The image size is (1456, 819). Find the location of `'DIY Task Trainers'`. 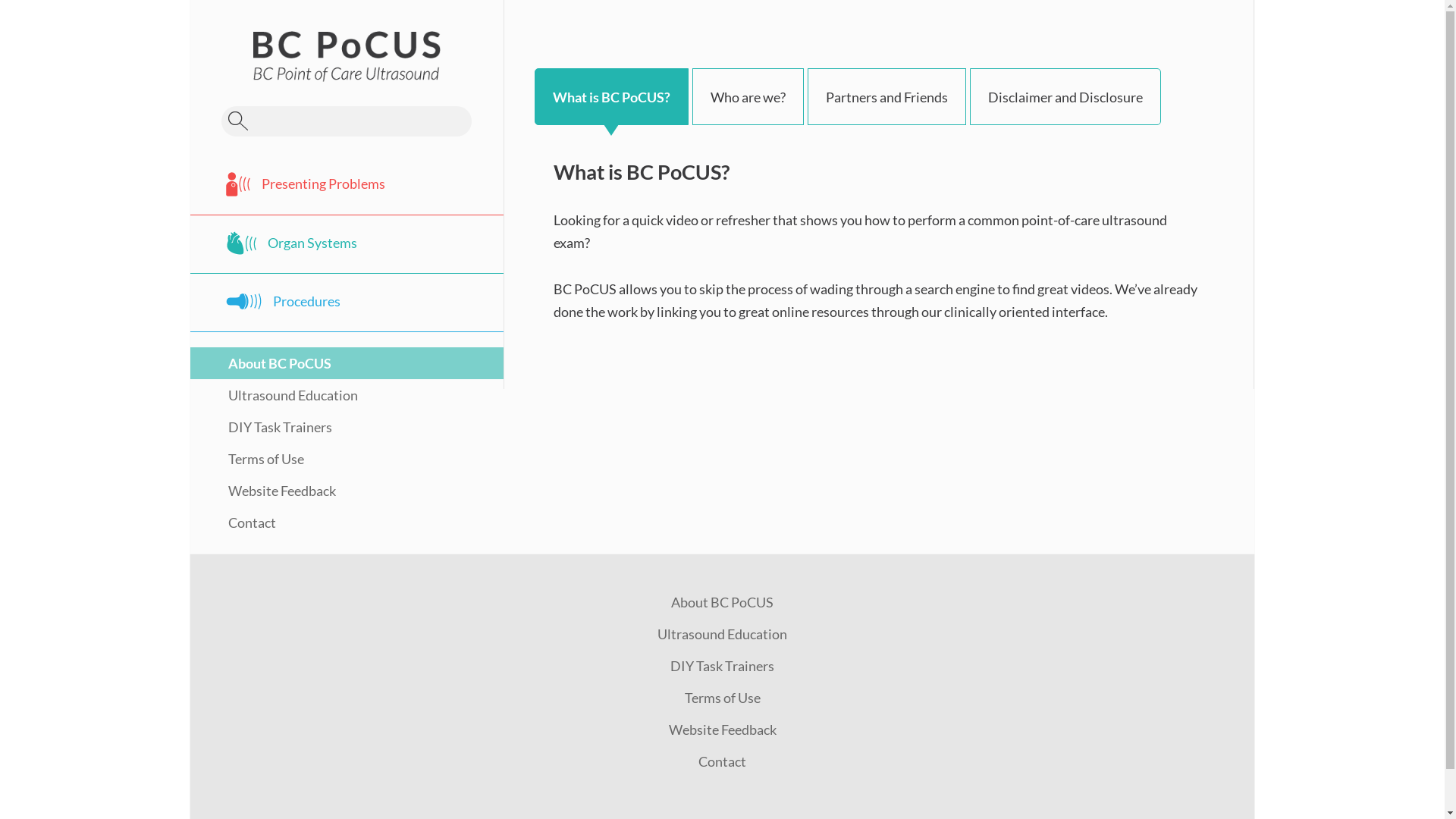

'DIY Task Trainers' is located at coordinates (721, 665).